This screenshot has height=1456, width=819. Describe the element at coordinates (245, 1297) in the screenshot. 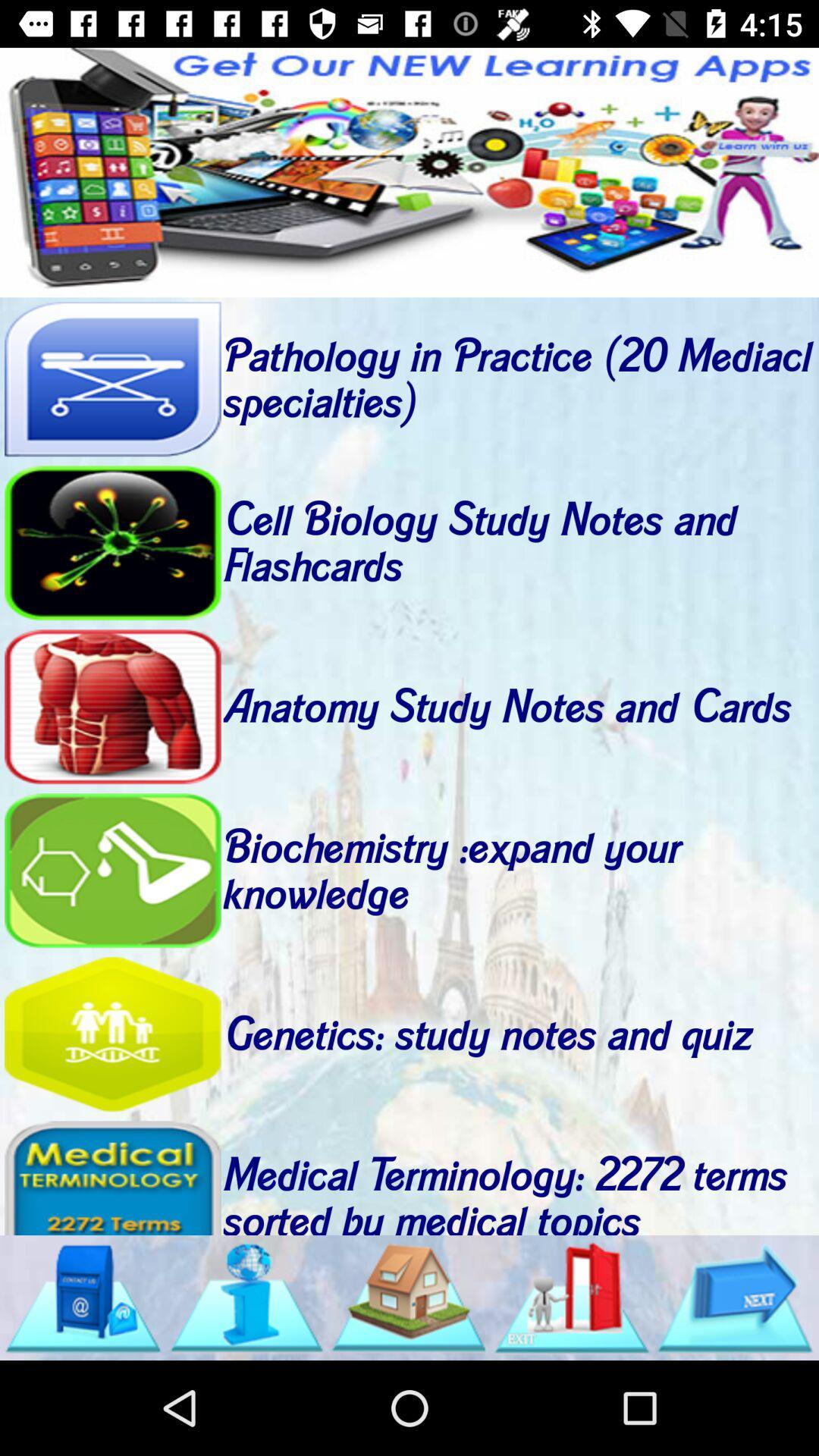

I see `shows information` at that location.